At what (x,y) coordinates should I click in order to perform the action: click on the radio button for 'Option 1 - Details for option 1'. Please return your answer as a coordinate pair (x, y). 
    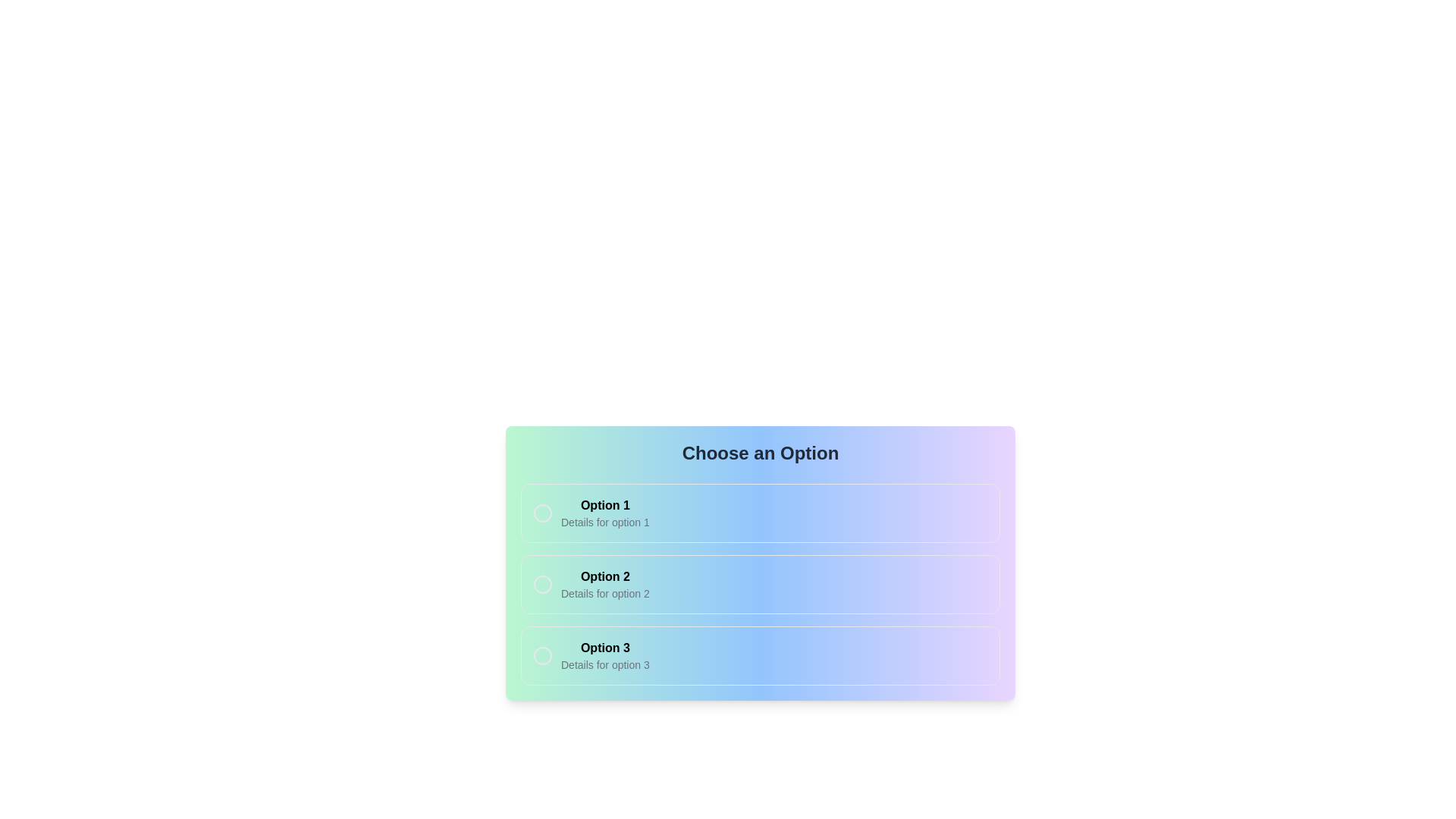
    Looking at the image, I should click on (542, 513).